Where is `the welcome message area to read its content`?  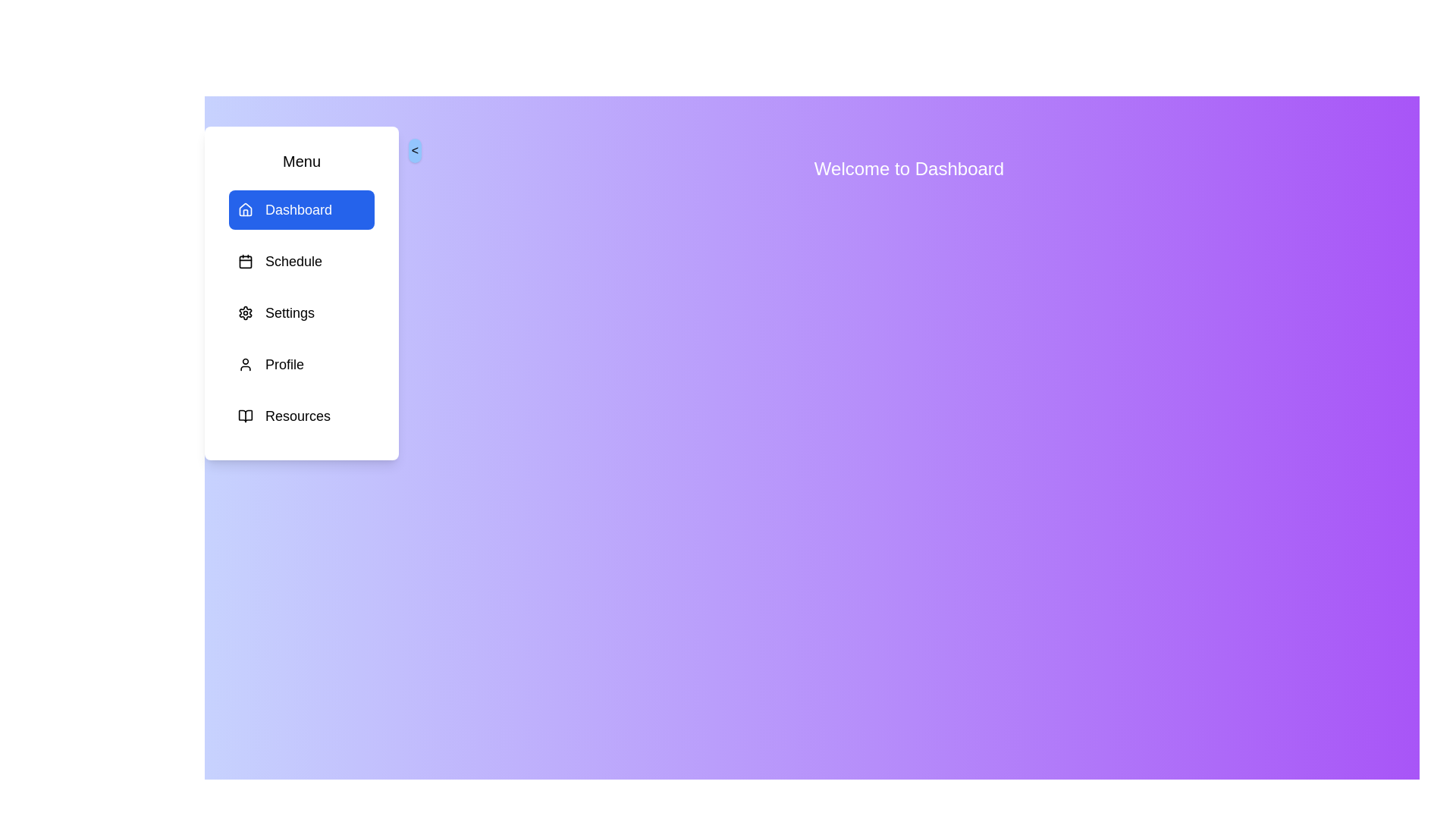
the welcome message area to read its content is located at coordinates (909, 169).